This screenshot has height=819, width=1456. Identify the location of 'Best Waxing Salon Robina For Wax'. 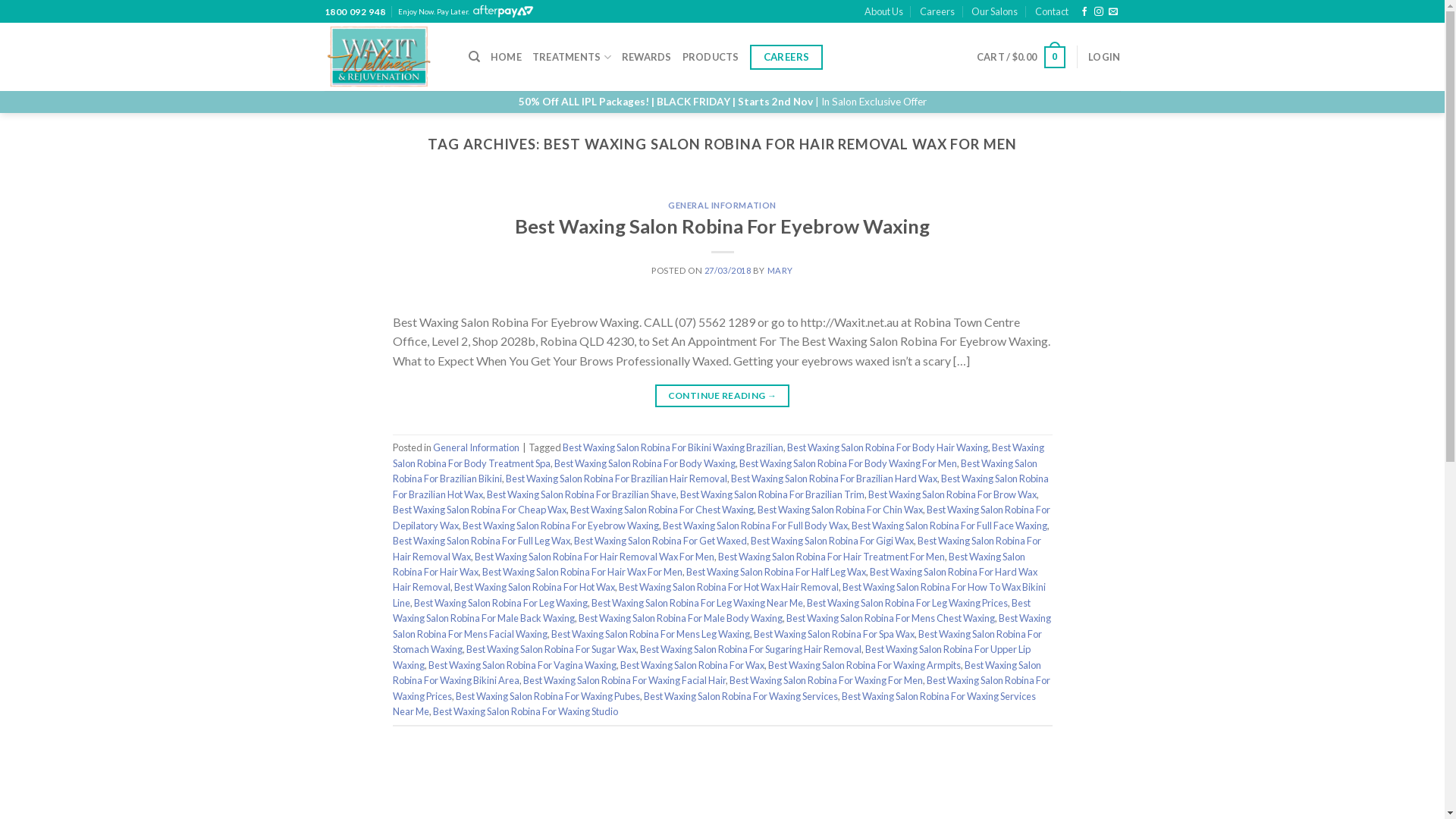
(691, 664).